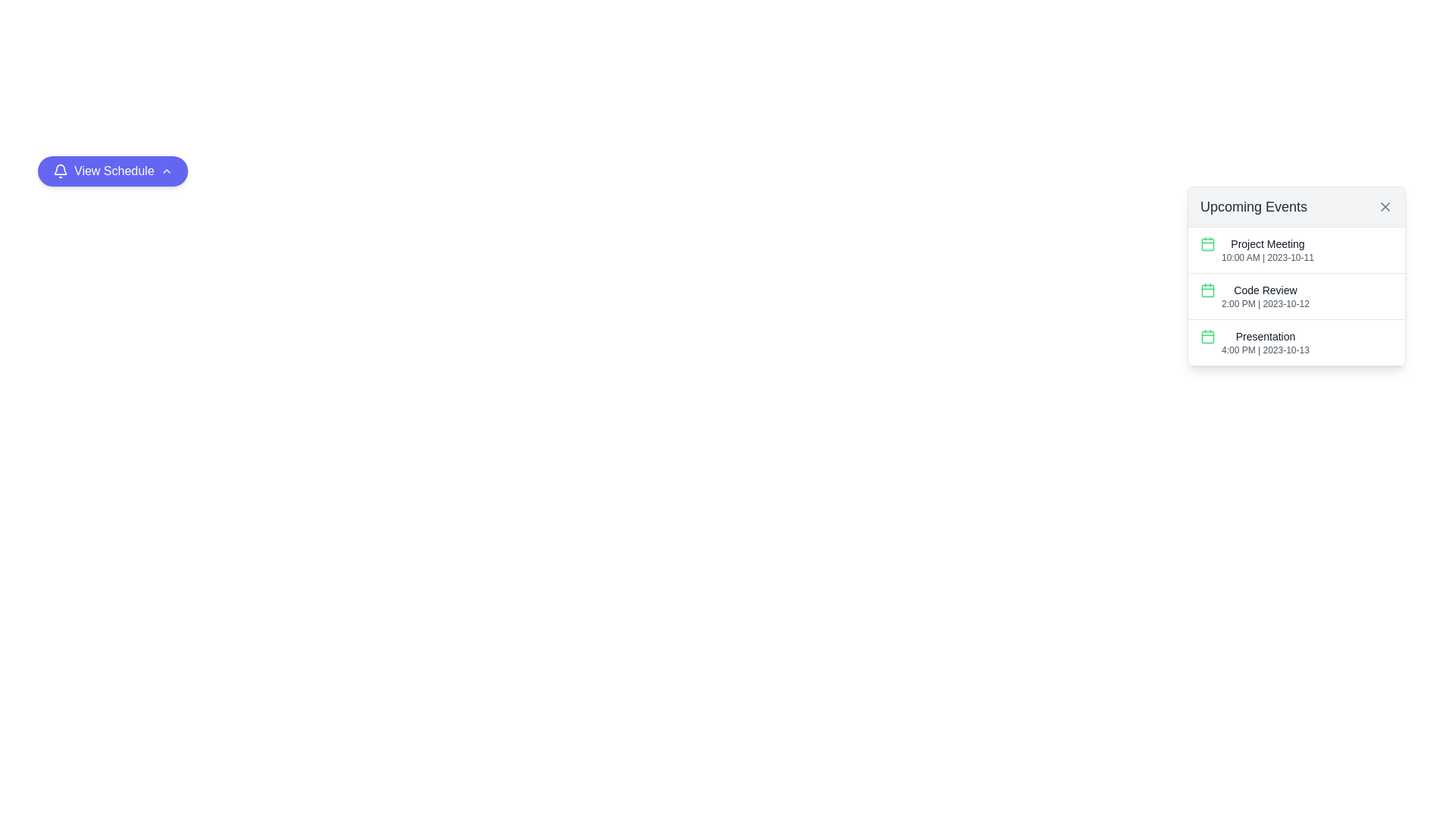  Describe the element at coordinates (1295, 342) in the screenshot. I see `the third item` at that location.